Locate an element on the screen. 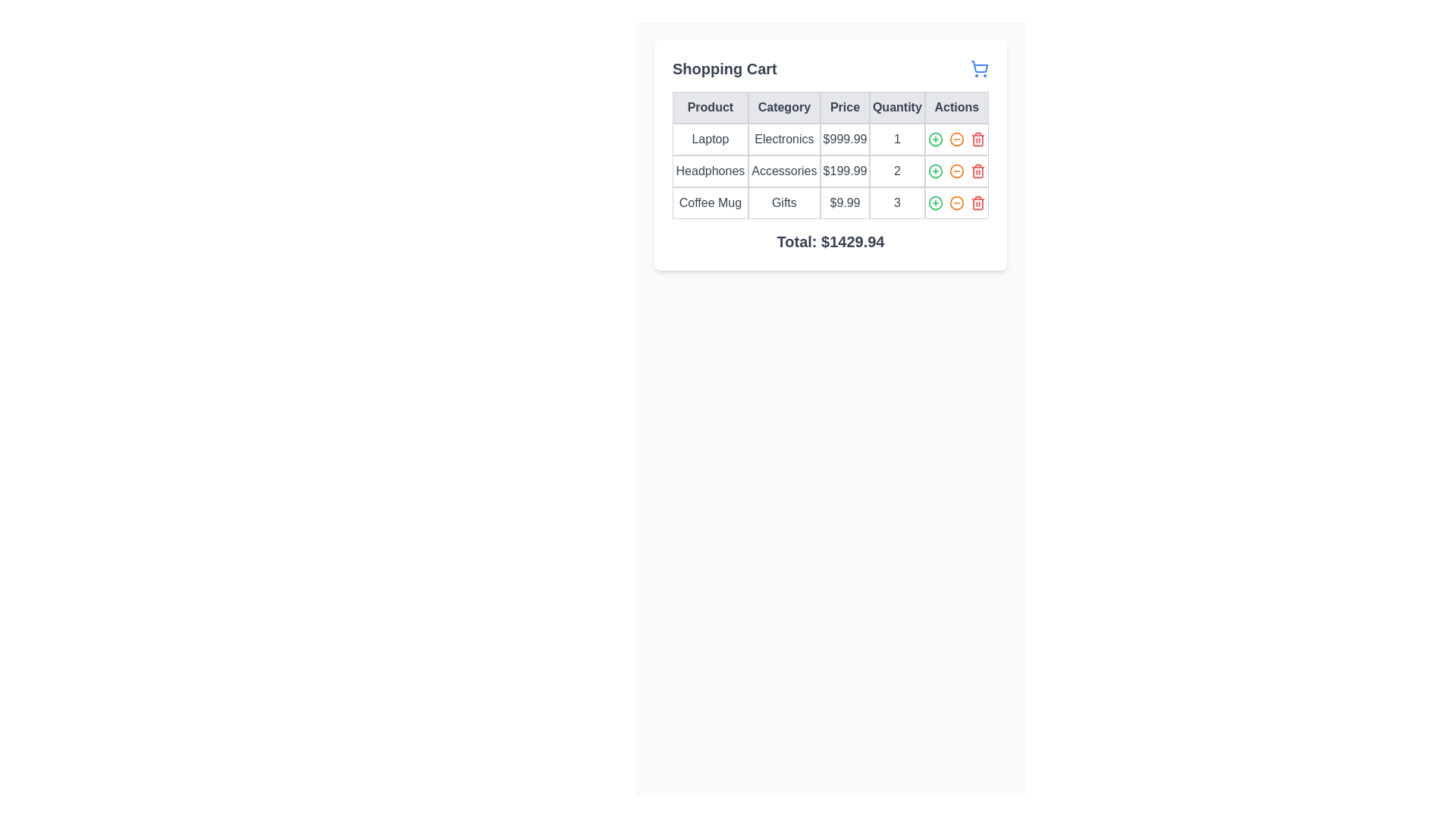  the trash icon in the 'Actions' column of the table row for 'Headphones' is located at coordinates (977, 171).